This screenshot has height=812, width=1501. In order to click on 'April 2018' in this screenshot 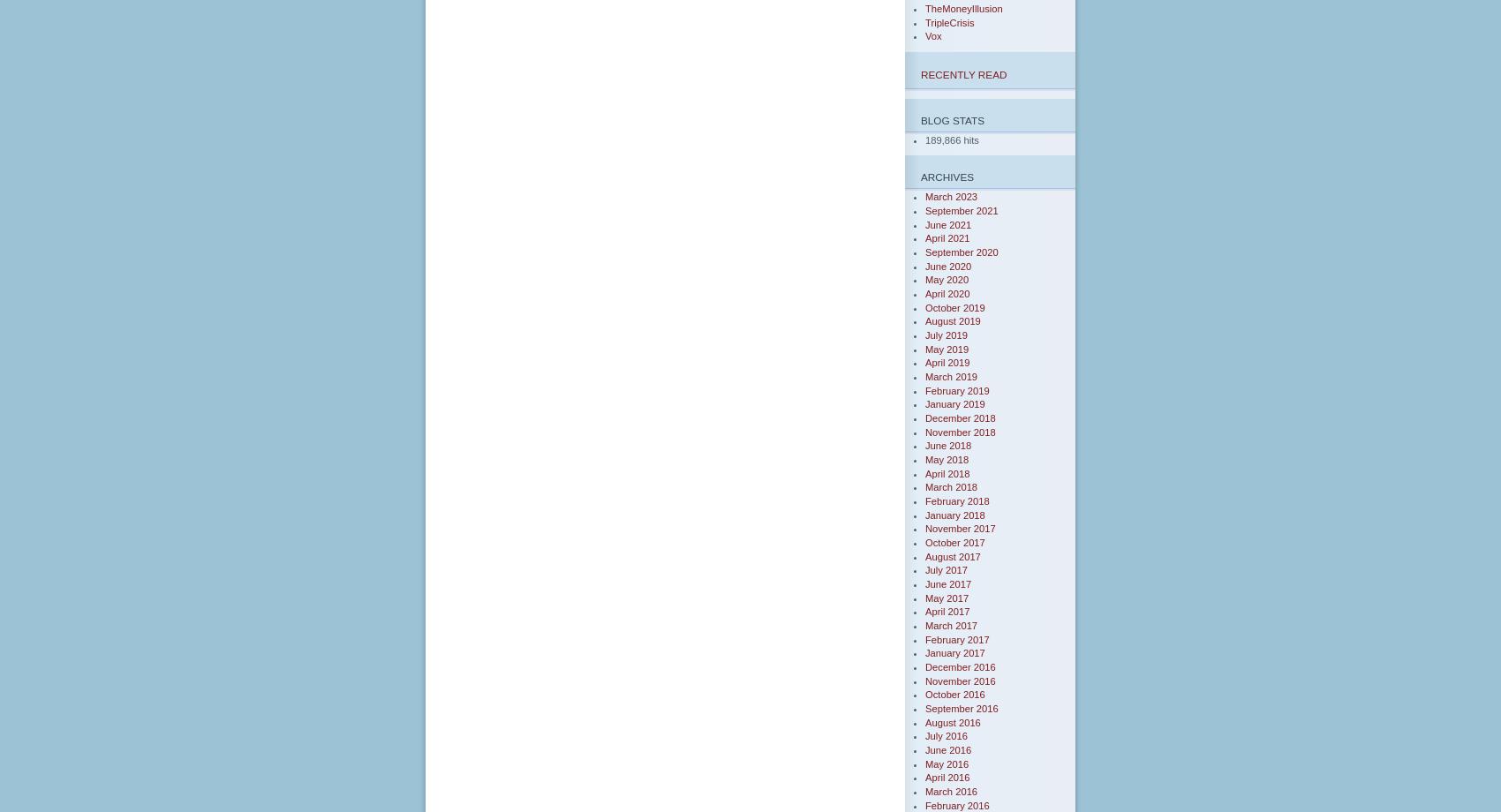, I will do `click(947, 472)`.